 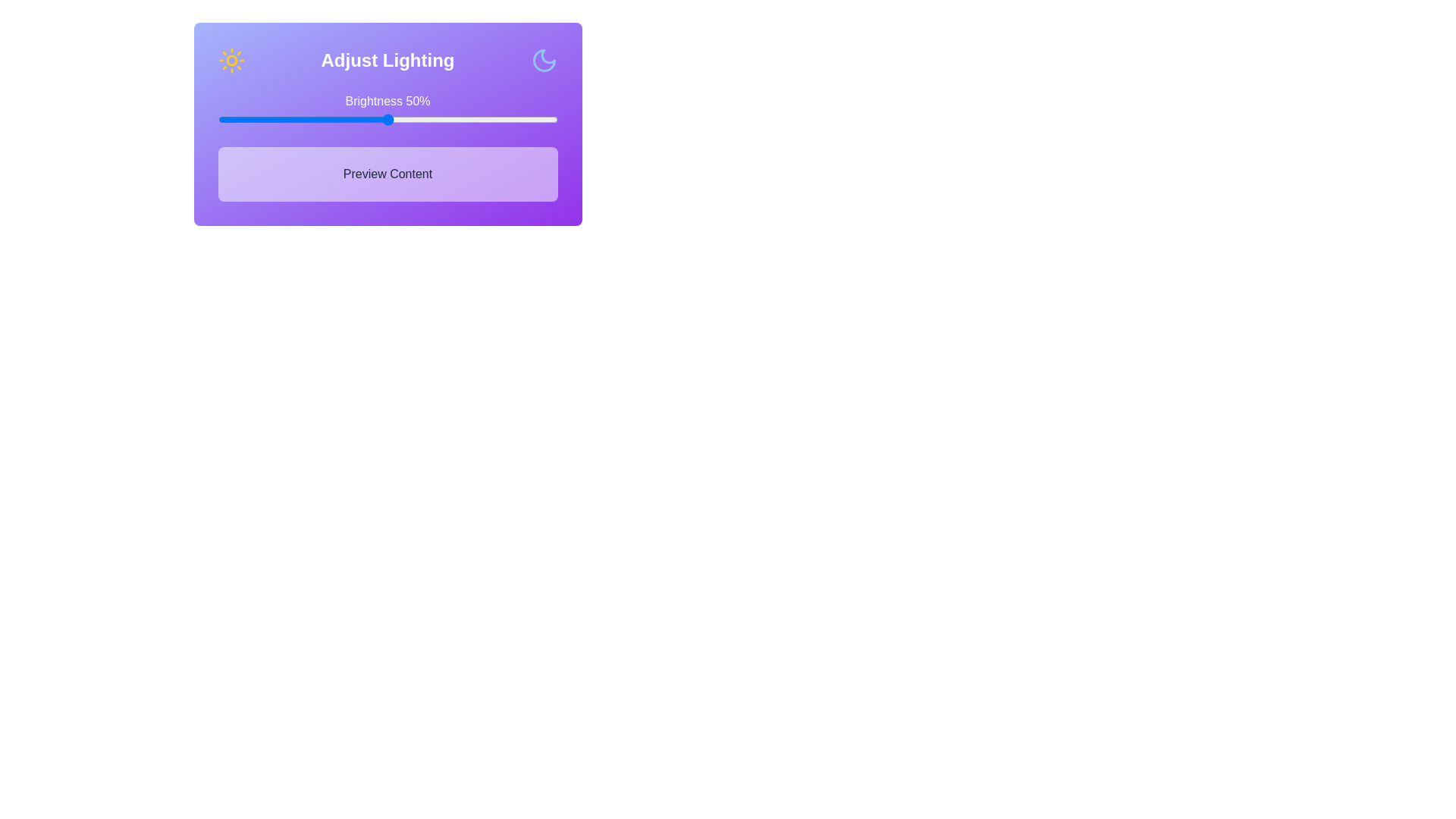 I want to click on the brightness slider to 84% to observe changes in the 'Preview Content' section, so click(x=503, y=119).